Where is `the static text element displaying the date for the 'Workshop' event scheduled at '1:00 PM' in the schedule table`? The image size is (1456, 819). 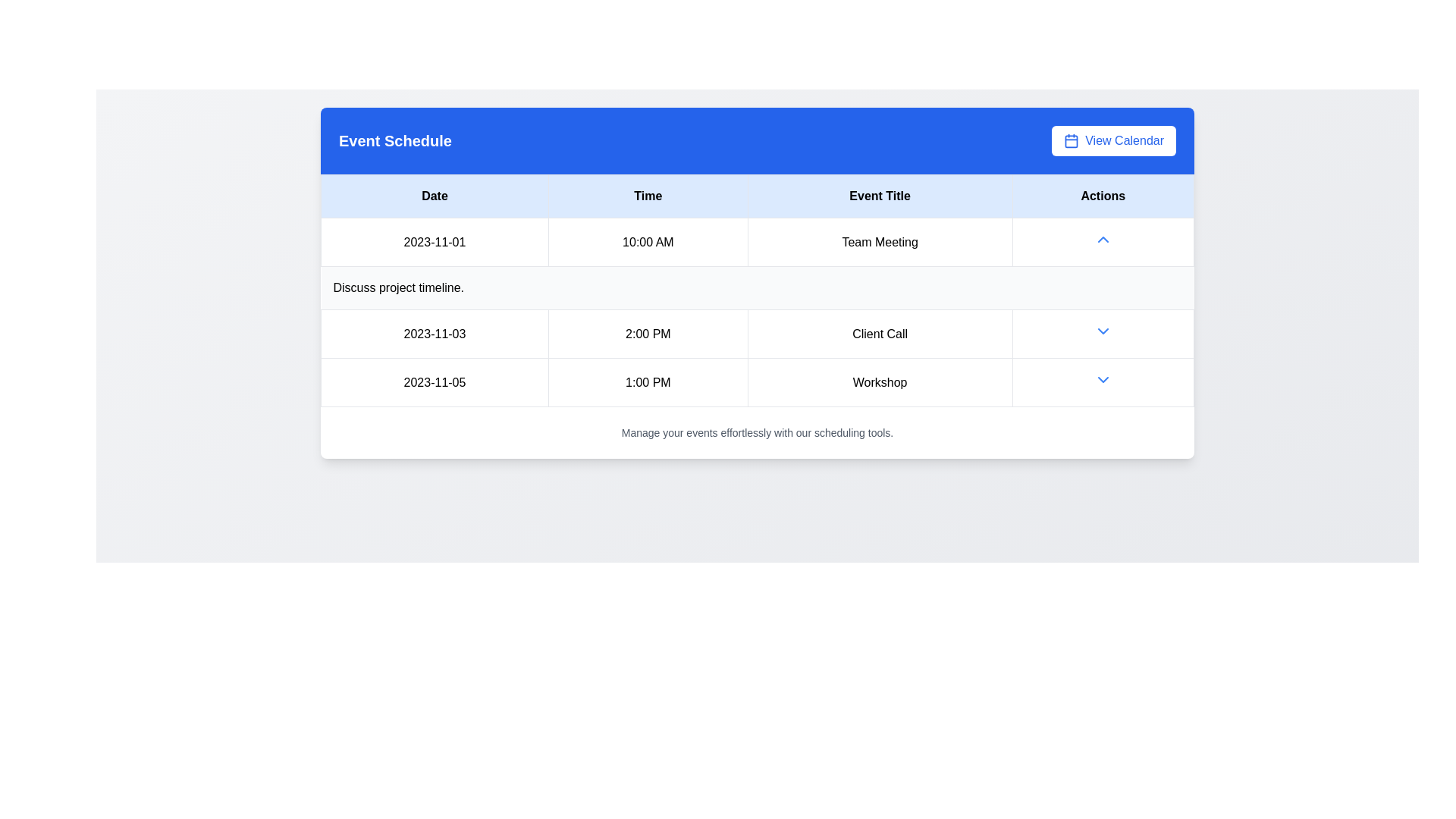 the static text element displaying the date for the 'Workshop' event scheduled at '1:00 PM' in the schedule table is located at coordinates (434, 381).